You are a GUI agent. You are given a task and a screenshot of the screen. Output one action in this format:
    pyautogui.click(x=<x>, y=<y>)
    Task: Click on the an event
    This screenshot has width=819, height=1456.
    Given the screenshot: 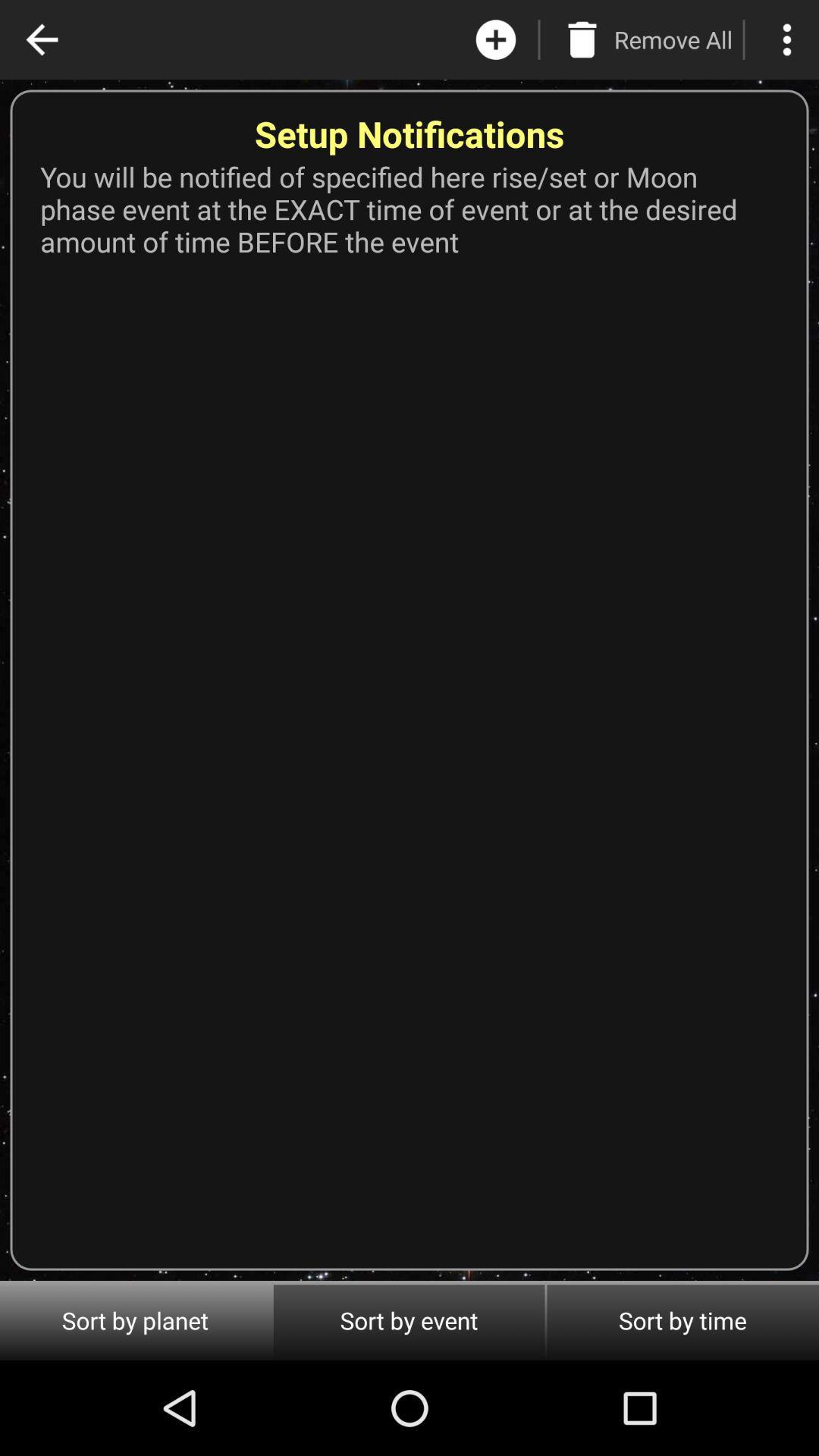 What is the action you would take?
    pyautogui.click(x=496, y=39)
    